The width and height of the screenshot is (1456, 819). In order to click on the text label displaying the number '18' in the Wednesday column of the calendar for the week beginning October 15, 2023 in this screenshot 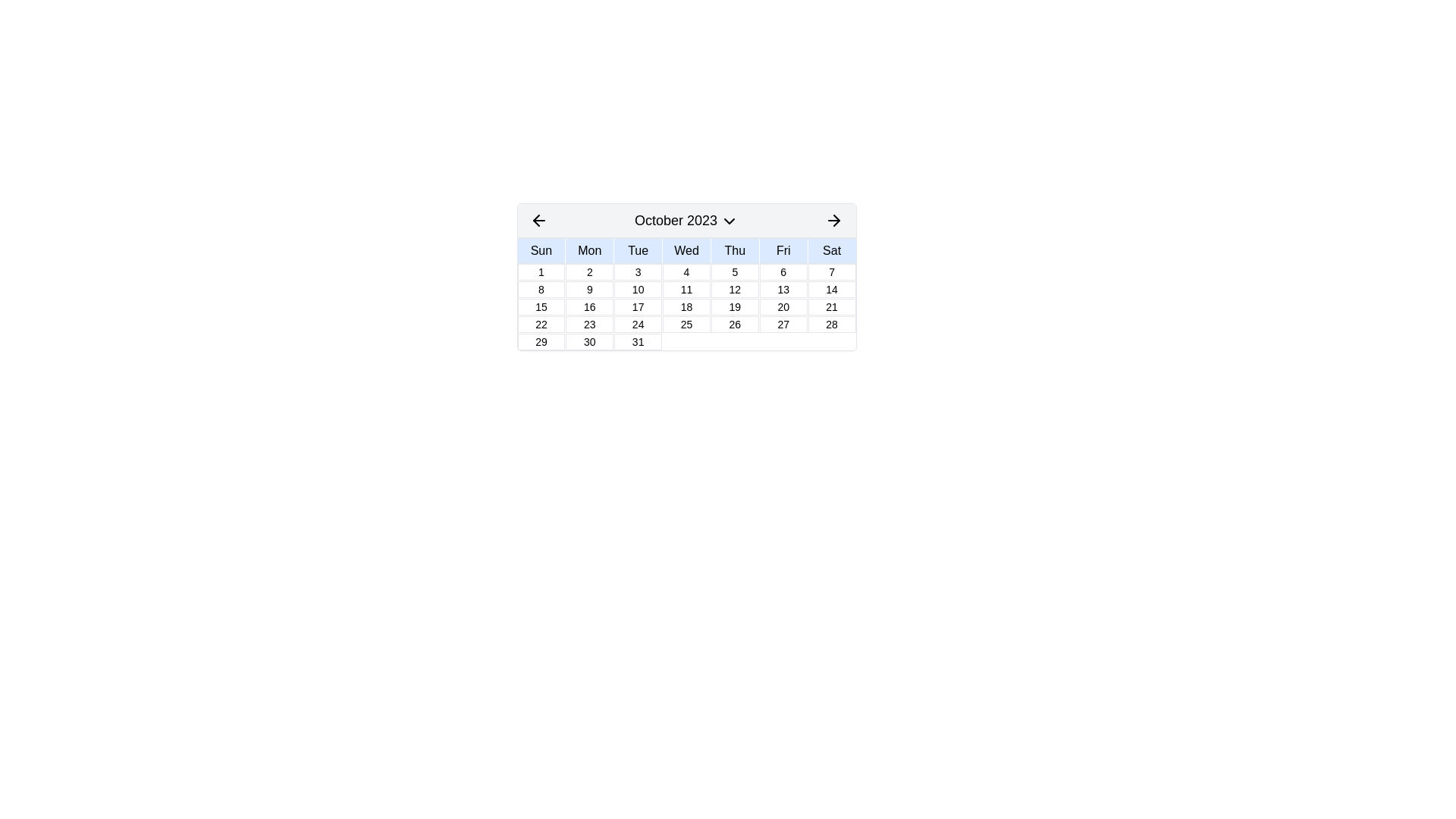, I will do `click(686, 307)`.